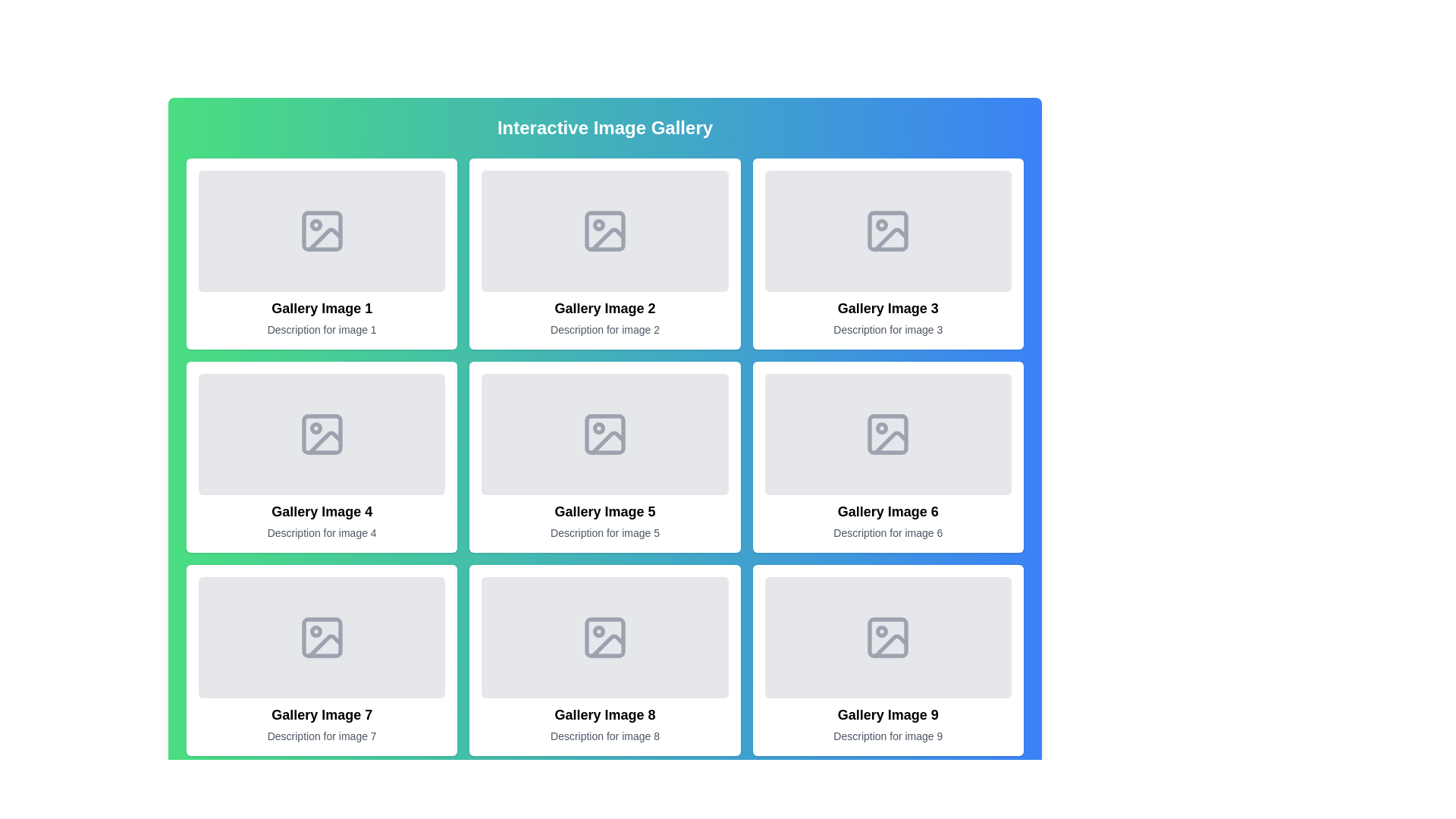 The height and width of the screenshot is (819, 1456). Describe the element at coordinates (321, 435) in the screenshot. I see `the background rectangle of the icon located in the fourth tile of the grid layout` at that location.